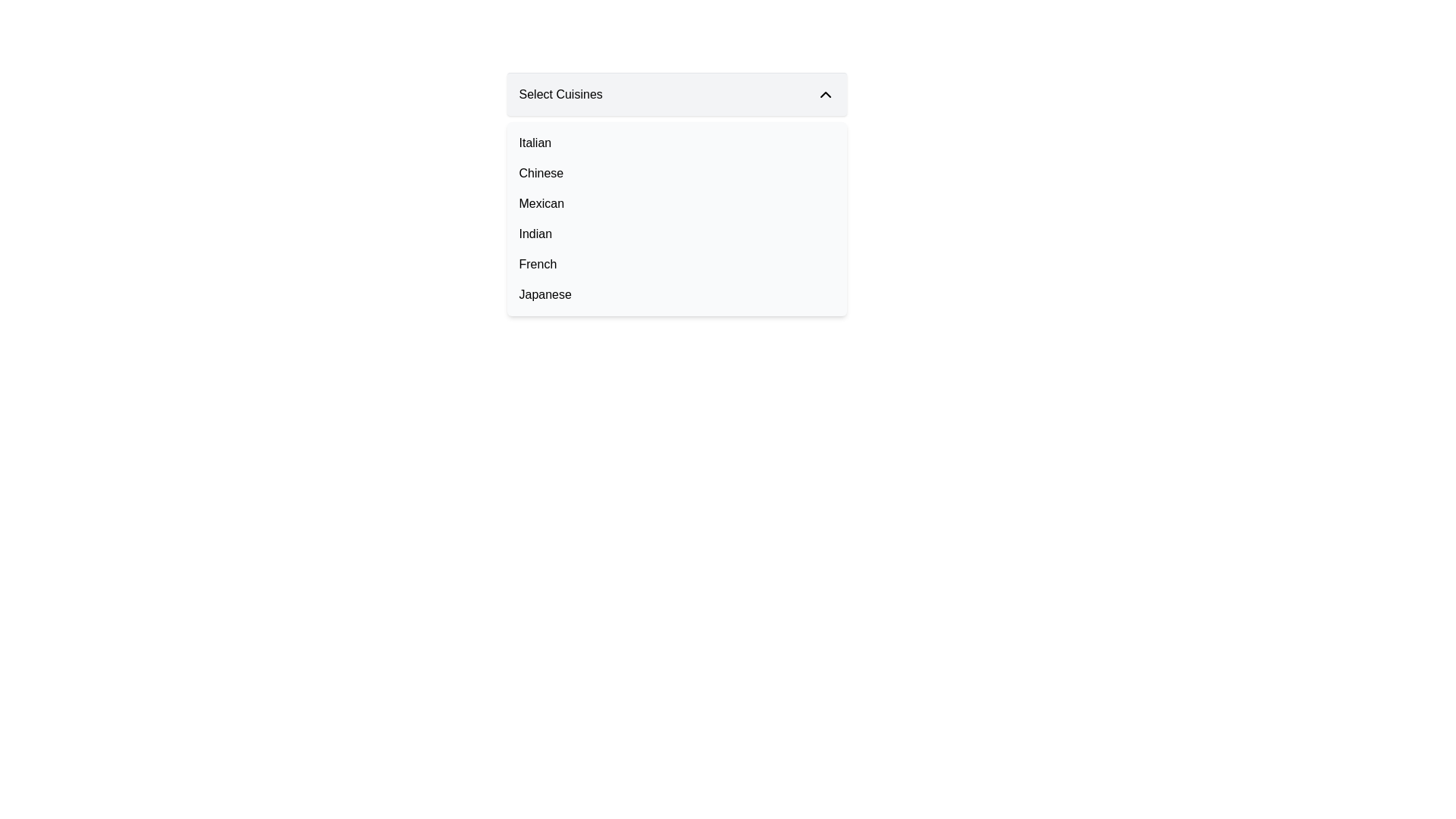  I want to click on the list item displaying 'Mexican' in the dropdown menu titled 'Select Cuisines', so click(676, 203).